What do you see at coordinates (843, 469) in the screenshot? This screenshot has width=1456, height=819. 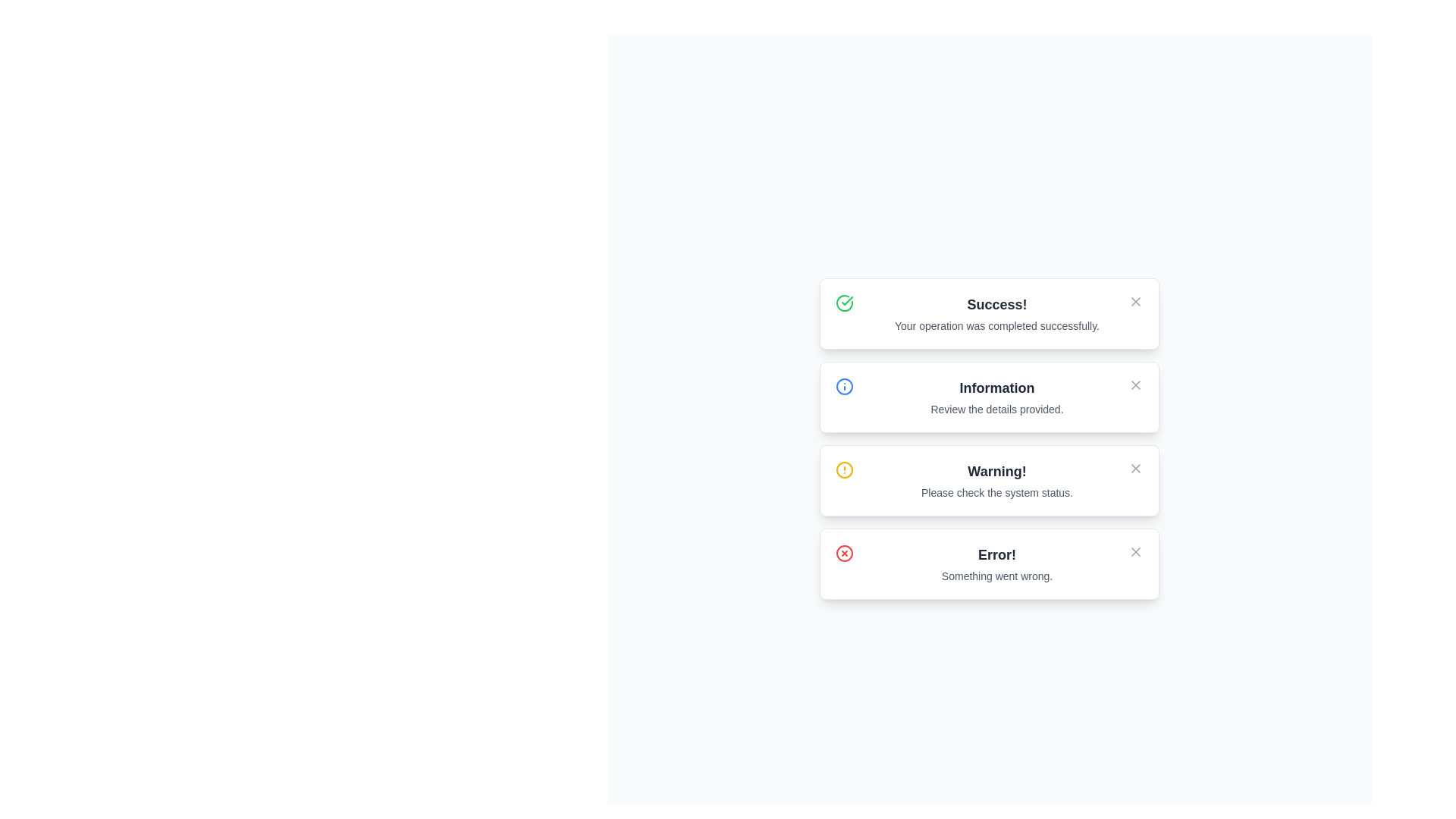 I see `the warning alert icon located to the left of the 'Warning!' label, which indicates the importance of the alert message` at bounding box center [843, 469].